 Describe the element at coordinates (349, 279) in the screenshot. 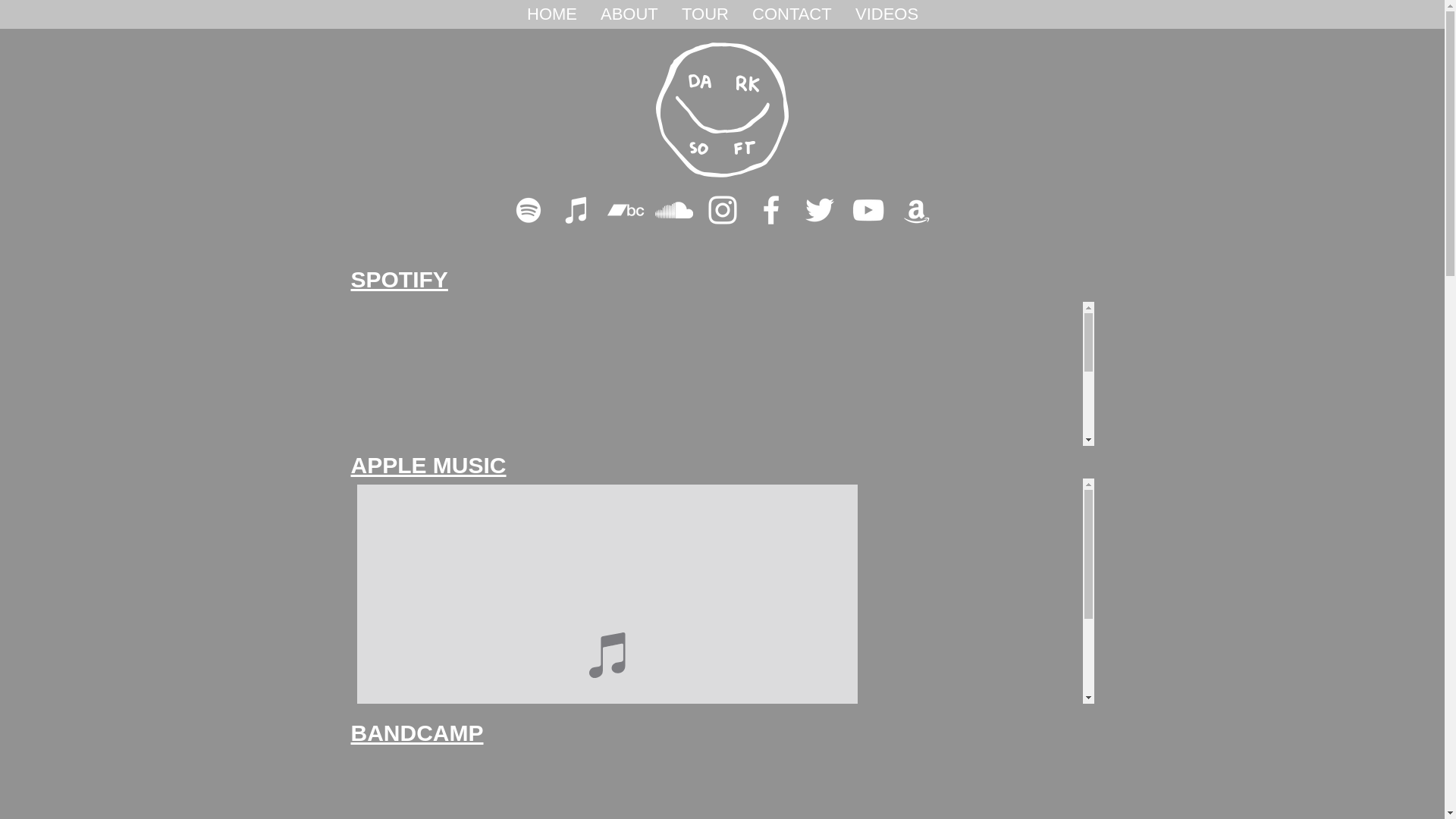

I see `'SPOTIFY'` at that location.